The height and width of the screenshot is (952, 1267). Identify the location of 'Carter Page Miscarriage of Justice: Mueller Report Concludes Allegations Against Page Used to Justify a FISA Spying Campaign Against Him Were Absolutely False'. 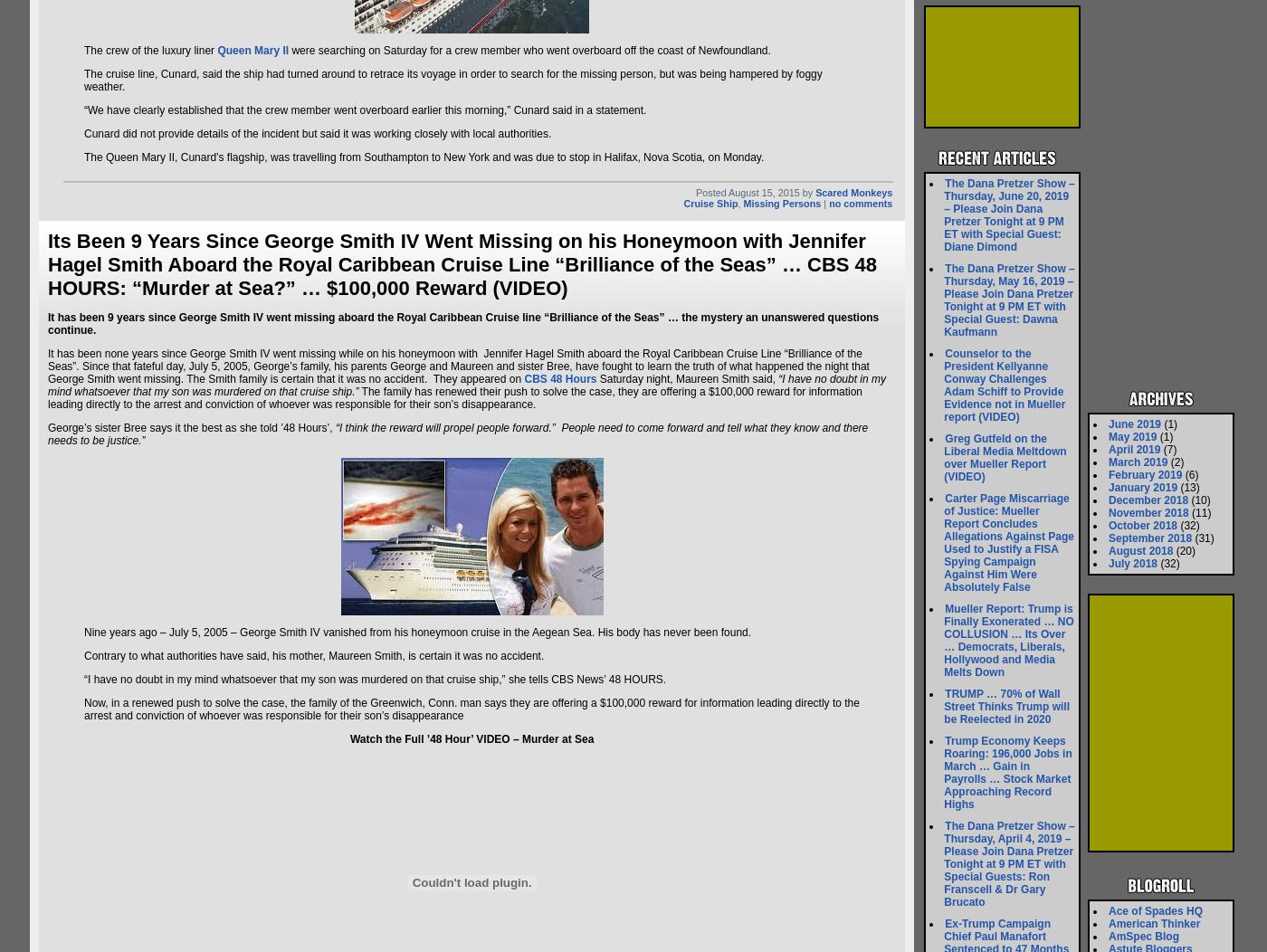
(1008, 541).